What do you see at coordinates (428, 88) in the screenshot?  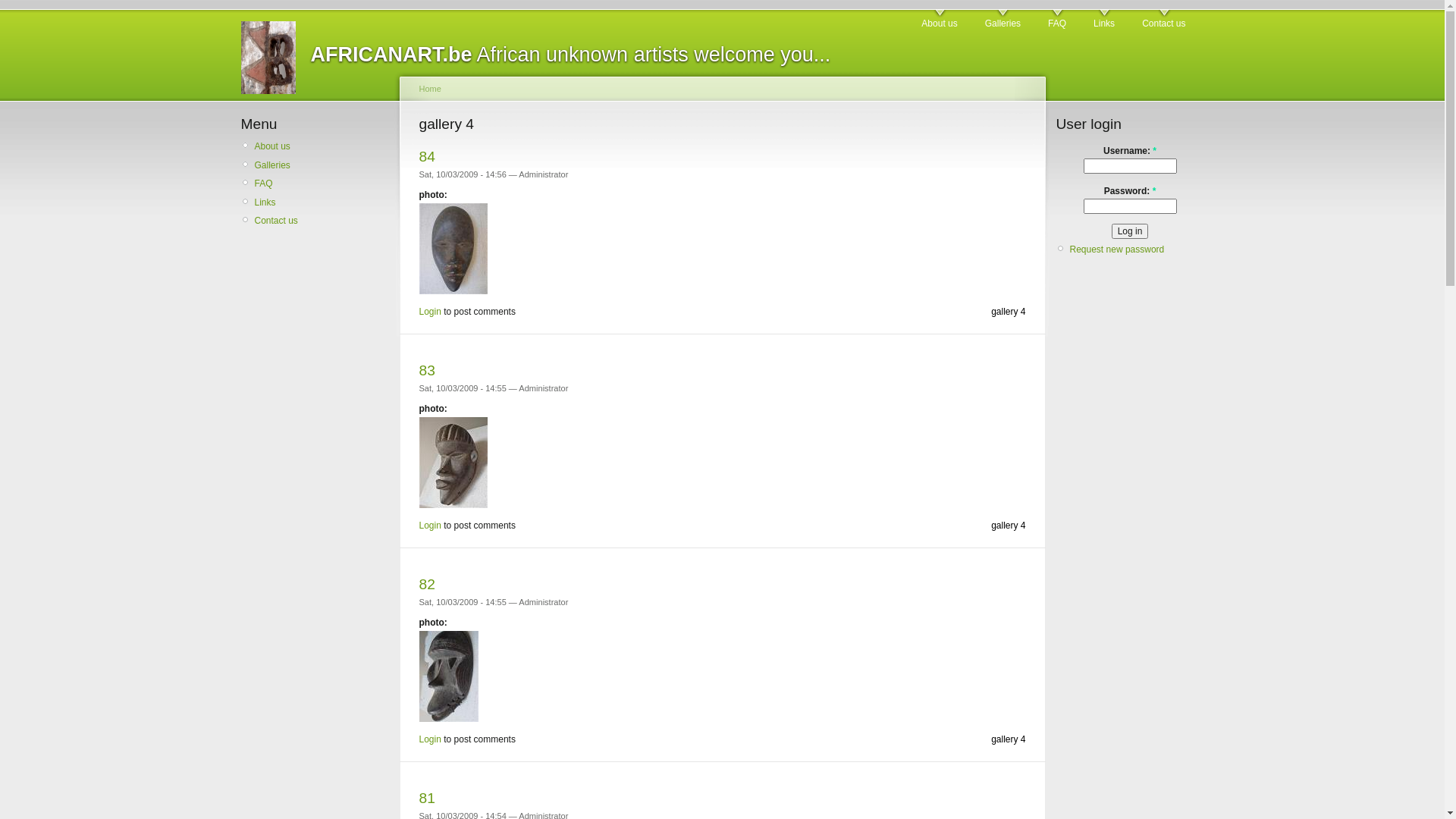 I see `'Home'` at bounding box center [428, 88].